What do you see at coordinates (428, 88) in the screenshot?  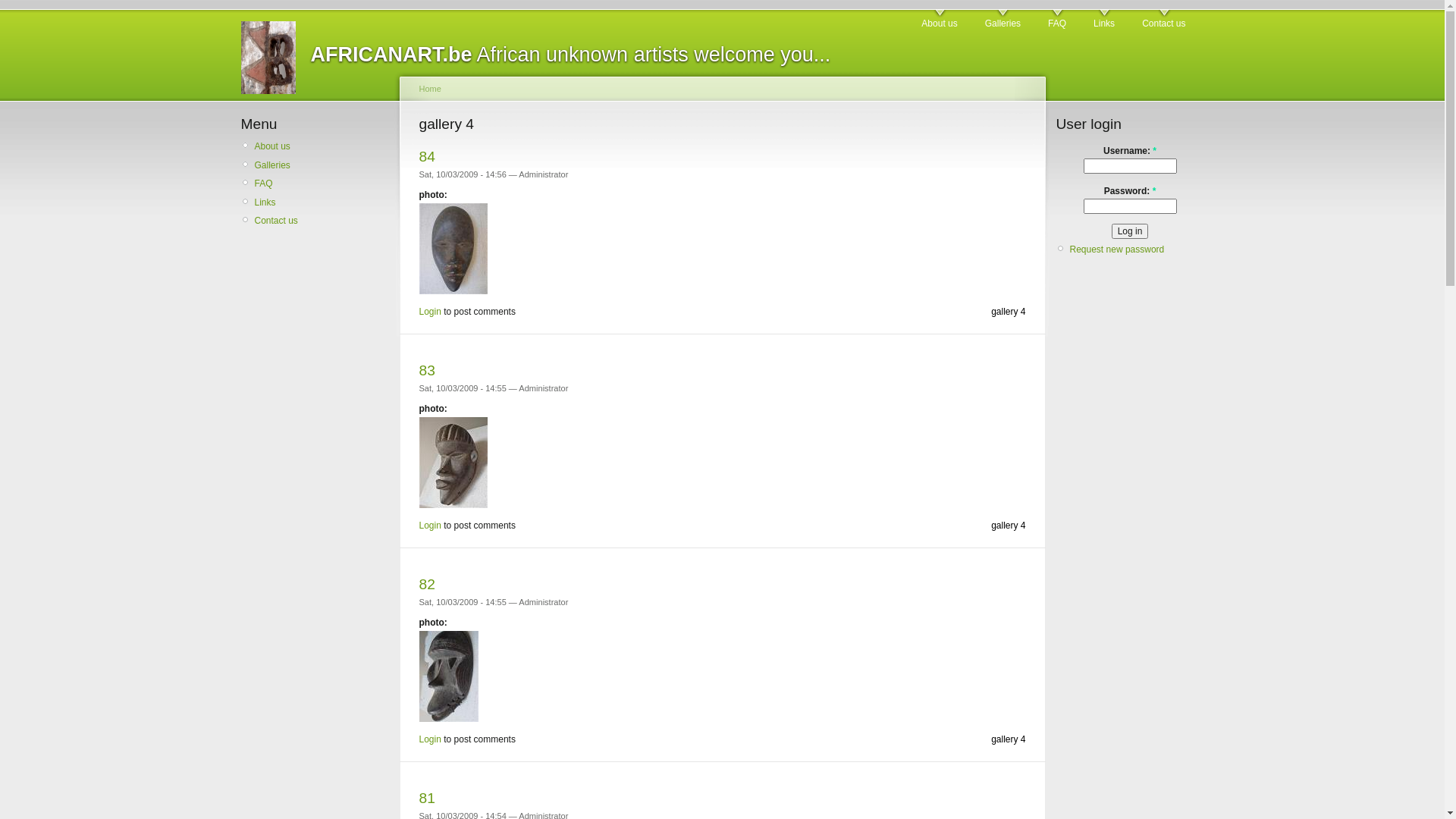 I see `'Home'` at bounding box center [428, 88].